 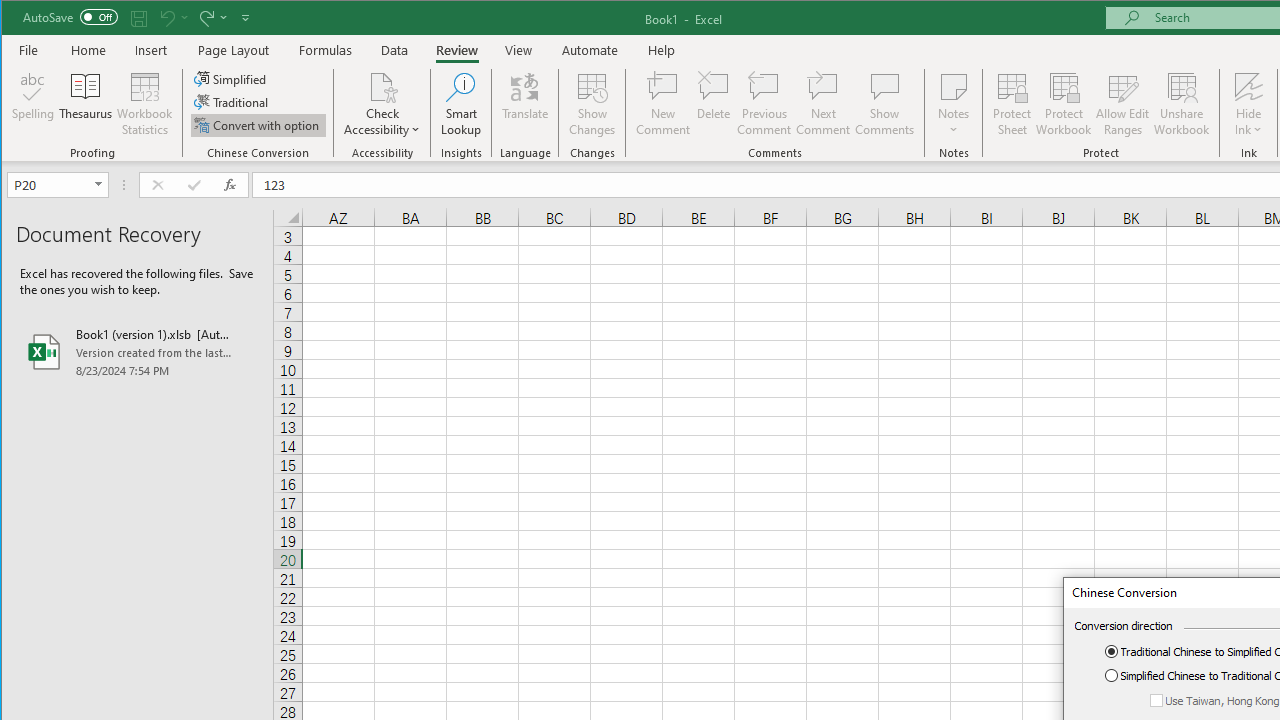 I want to click on 'Thesaurus...', so click(x=85, y=104).